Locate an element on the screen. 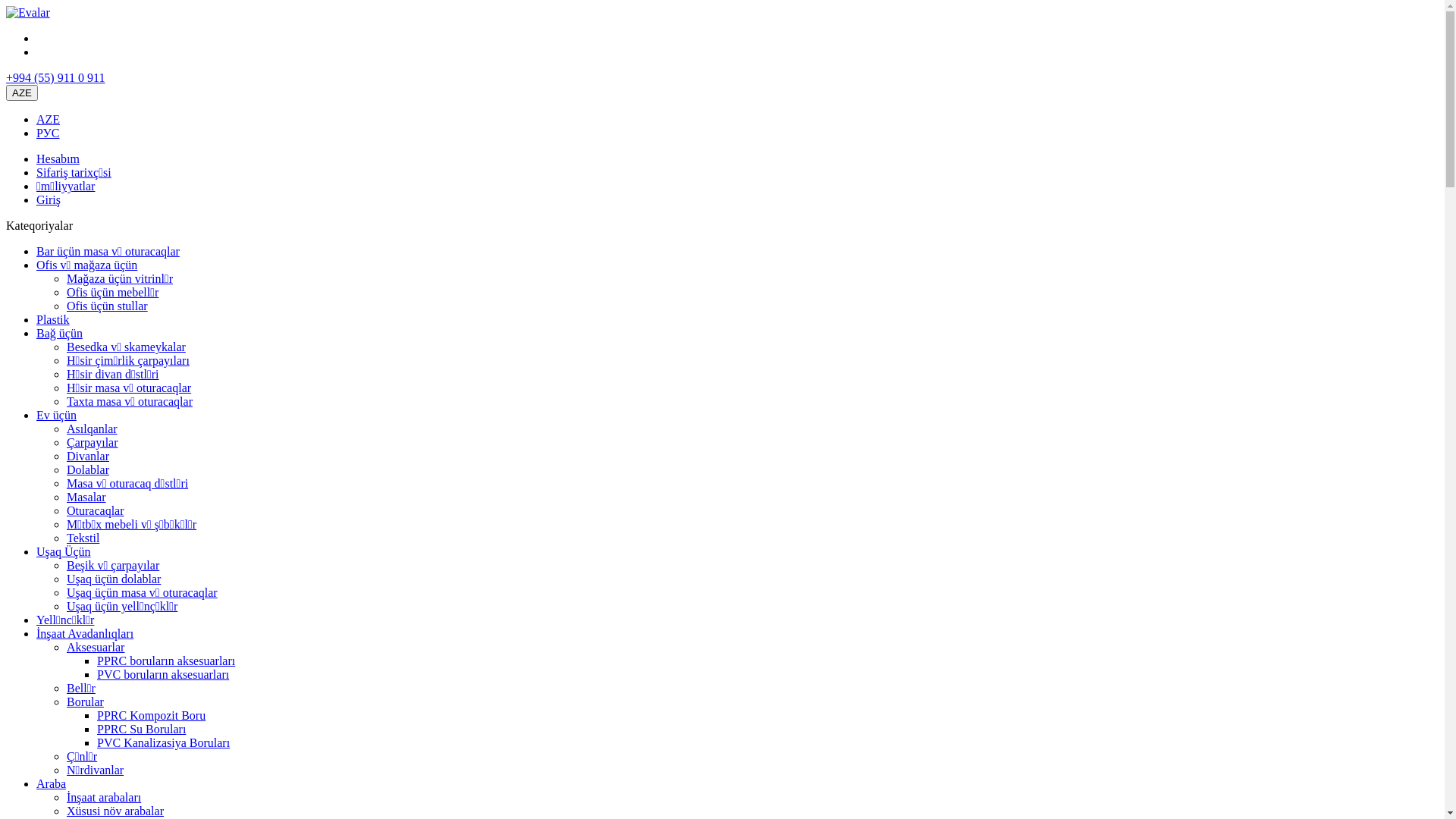 The width and height of the screenshot is (1456, 819). 'Dolablar' is located at coordinates (86, 469).